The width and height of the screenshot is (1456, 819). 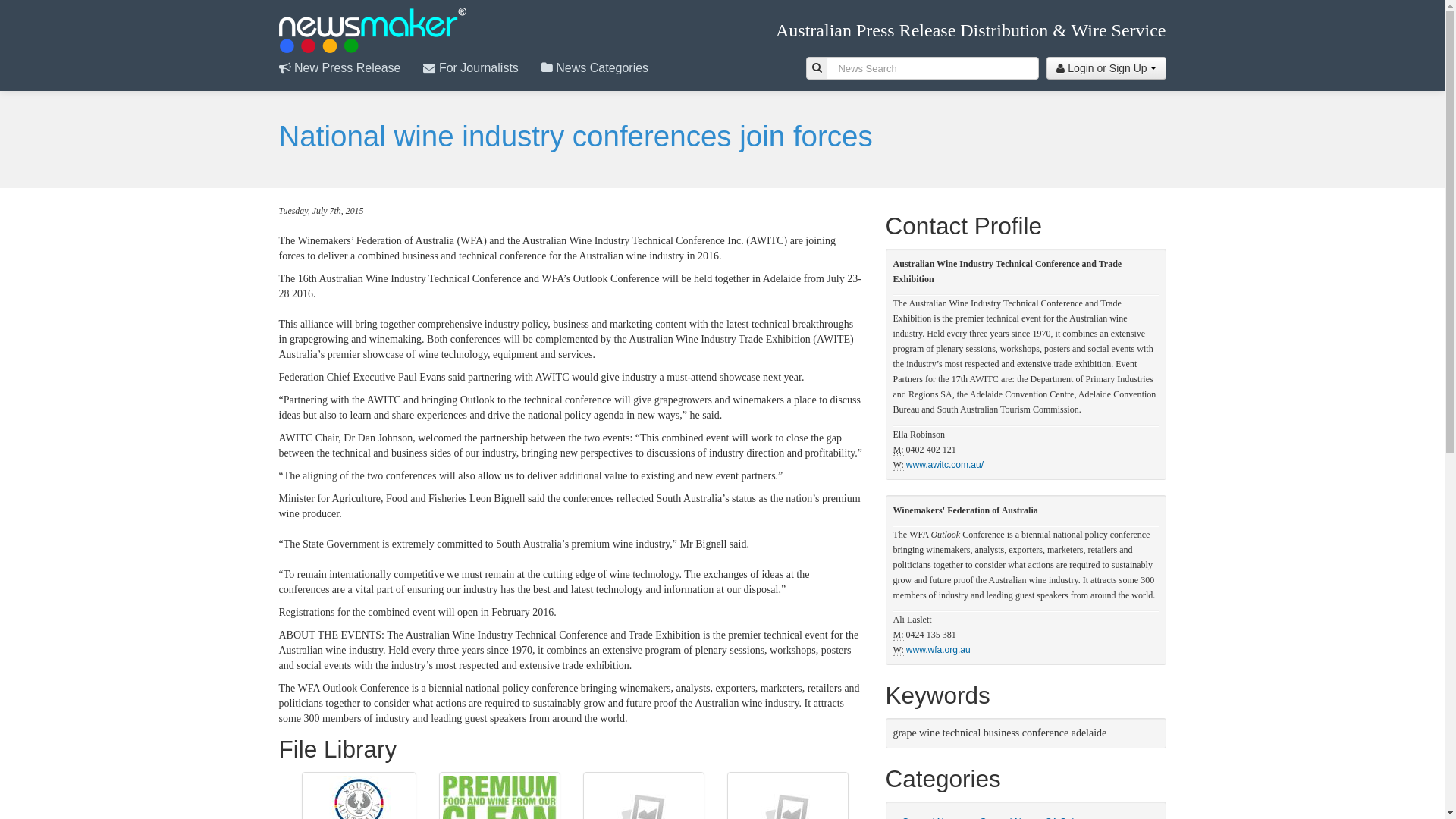 I want to click on 'www.awitc.com.au/', so click(x=906, y=464).